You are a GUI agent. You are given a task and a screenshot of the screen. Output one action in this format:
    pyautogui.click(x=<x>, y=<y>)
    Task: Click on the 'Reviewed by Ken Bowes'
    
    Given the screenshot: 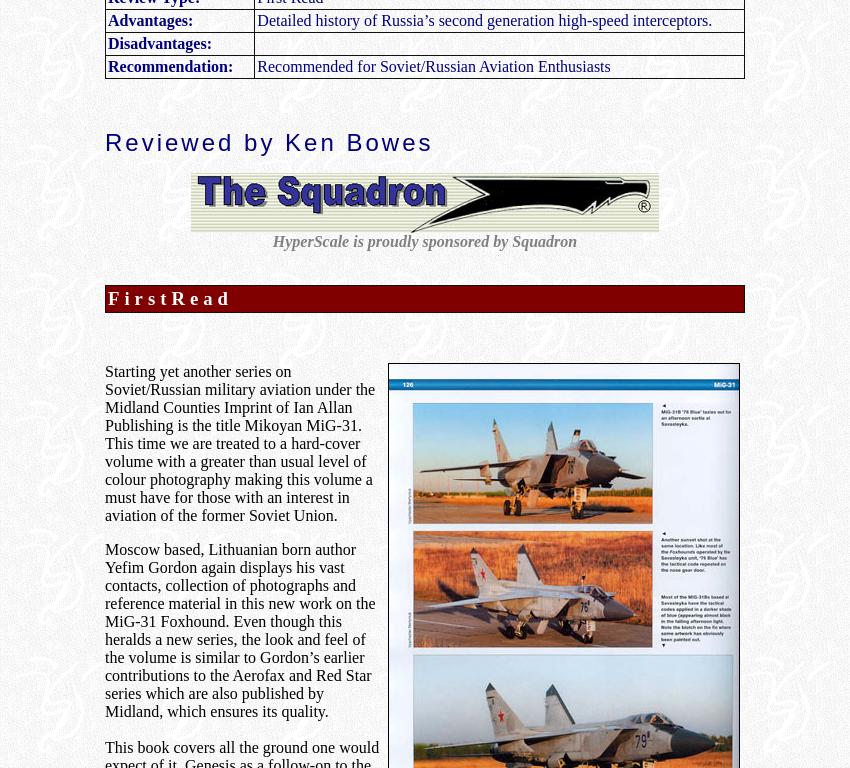 What is the action you would take?
    pyautogui.click(x=268, y=141)
    